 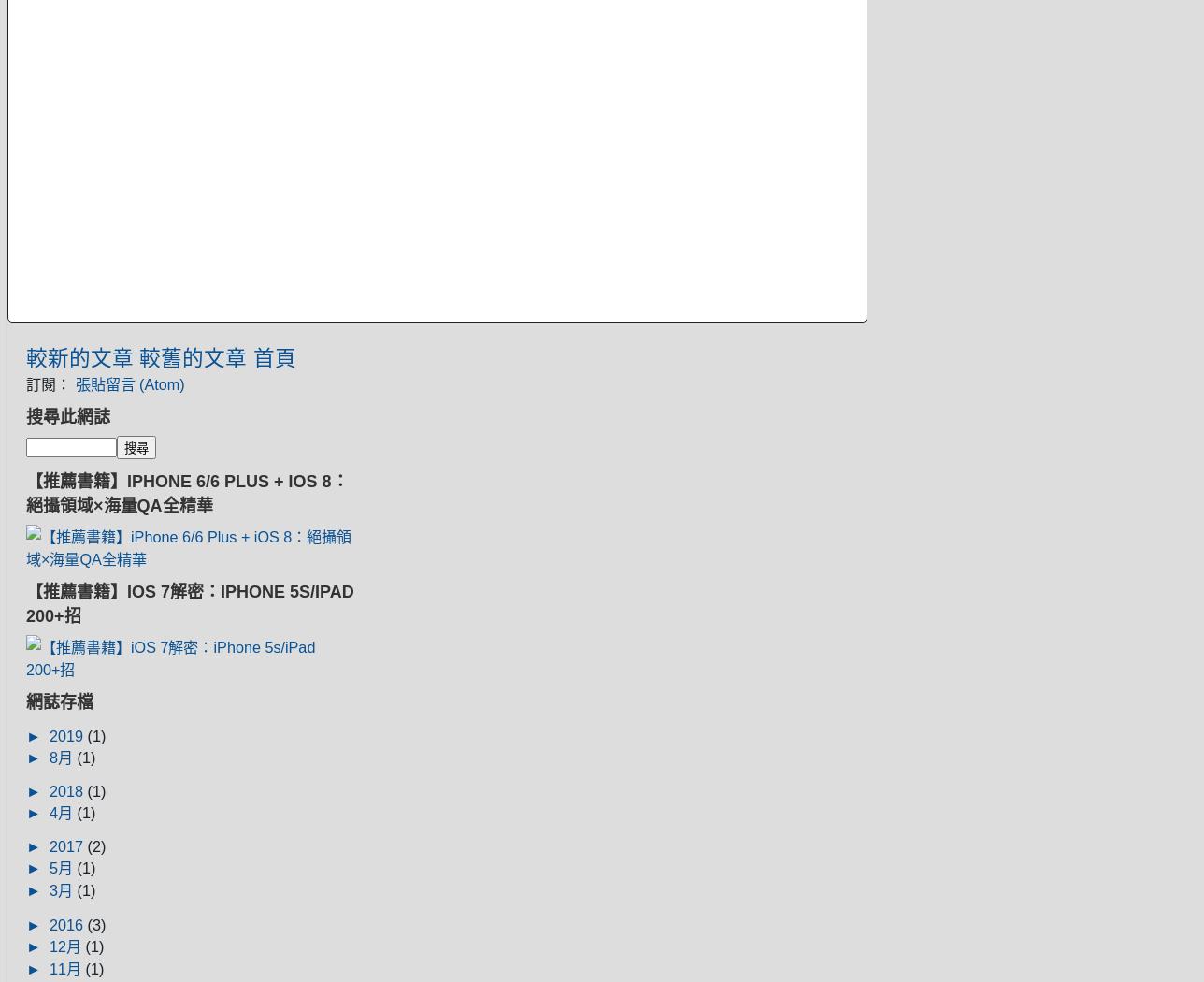 What do you see at coordinates (68, 845) in the screenshot?
I see `'2017'` at bounding box center [68, 845].